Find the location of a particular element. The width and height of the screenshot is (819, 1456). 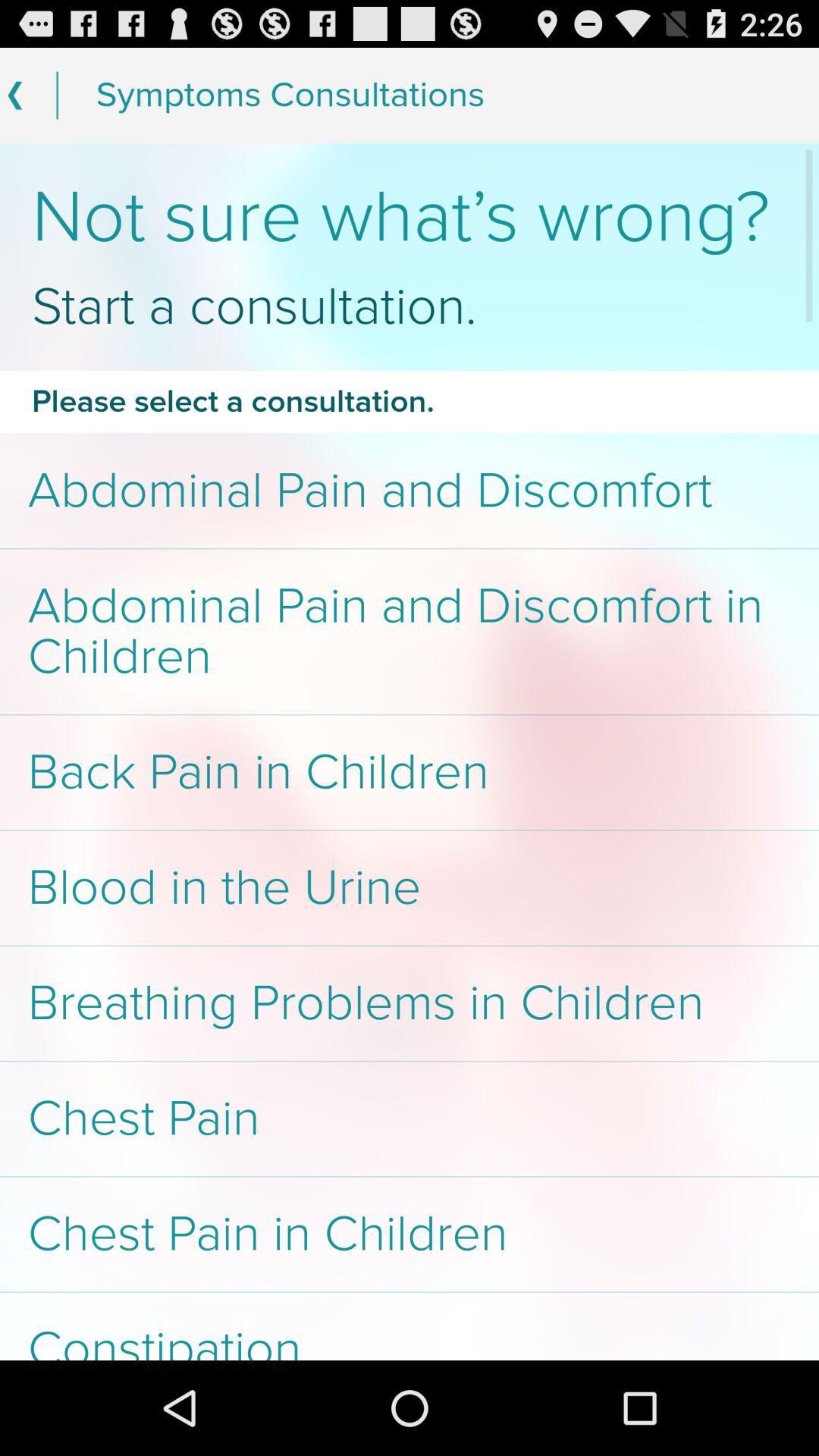

app below chest pain in app is located at coordinates (409, 1326).